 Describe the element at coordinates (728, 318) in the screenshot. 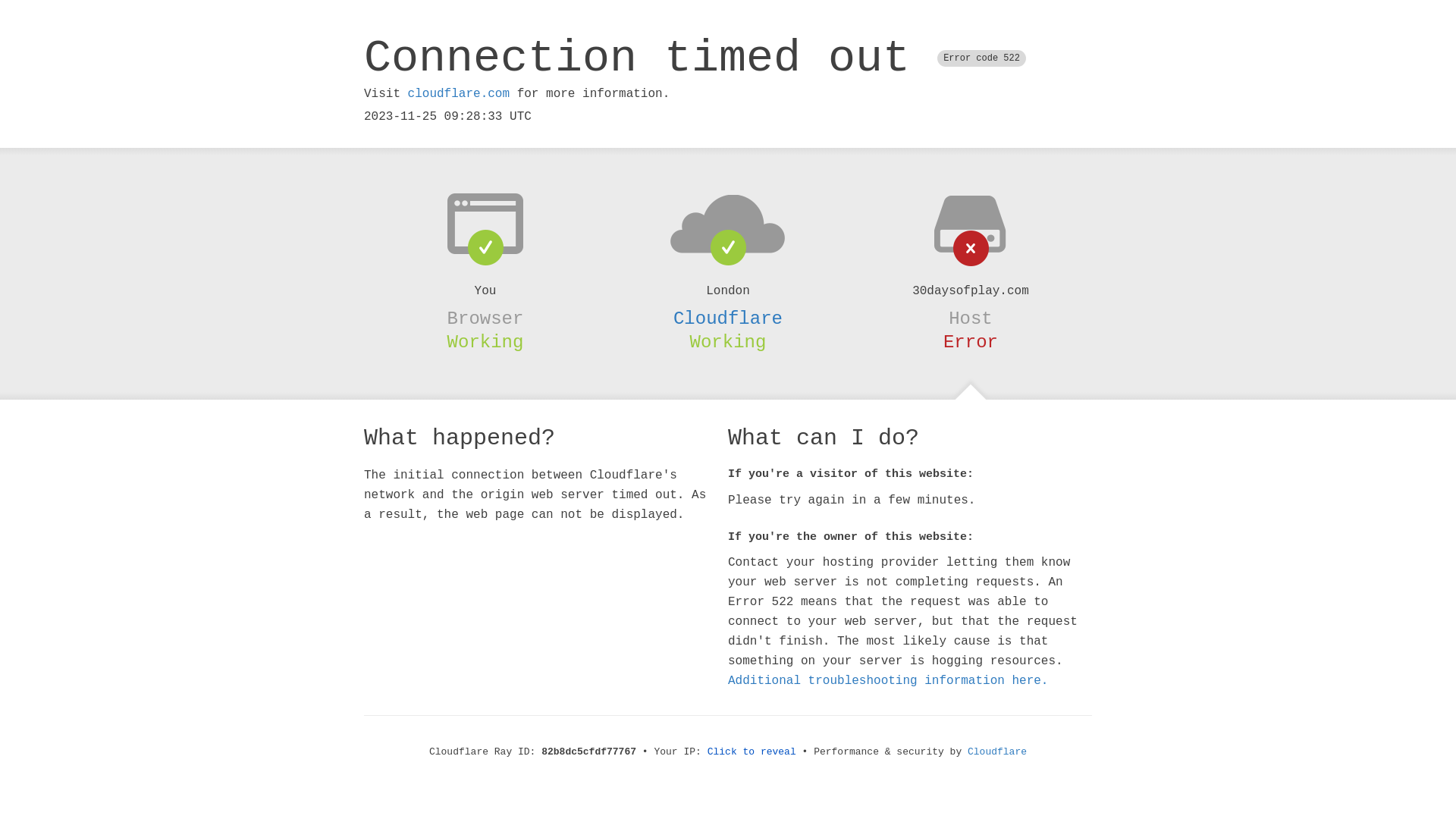

I see `'Cloudflare'` at that location.